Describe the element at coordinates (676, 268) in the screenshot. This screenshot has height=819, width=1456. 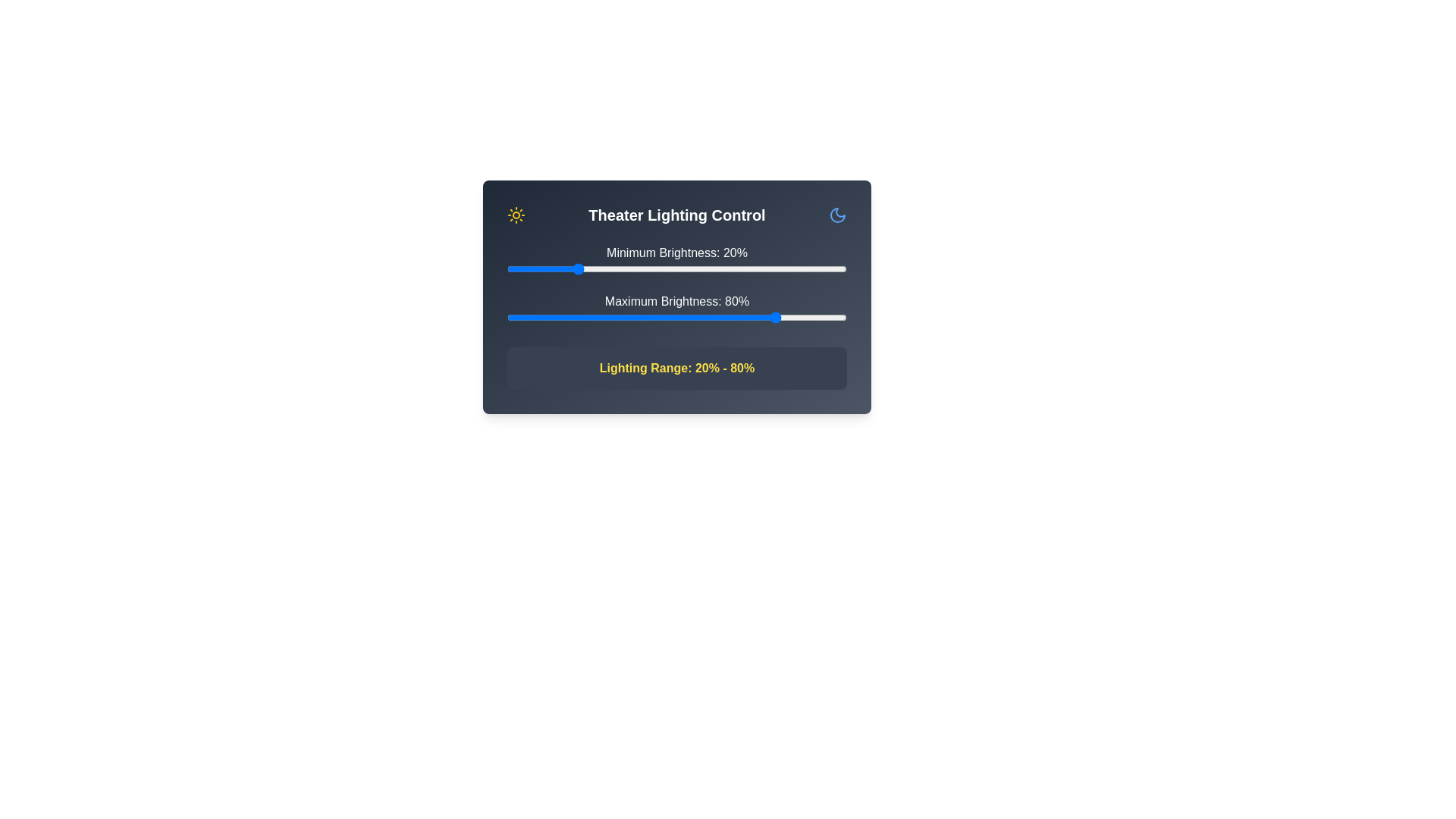
I see `the minimum brightness to 50% by interacting with the slider` at that location.